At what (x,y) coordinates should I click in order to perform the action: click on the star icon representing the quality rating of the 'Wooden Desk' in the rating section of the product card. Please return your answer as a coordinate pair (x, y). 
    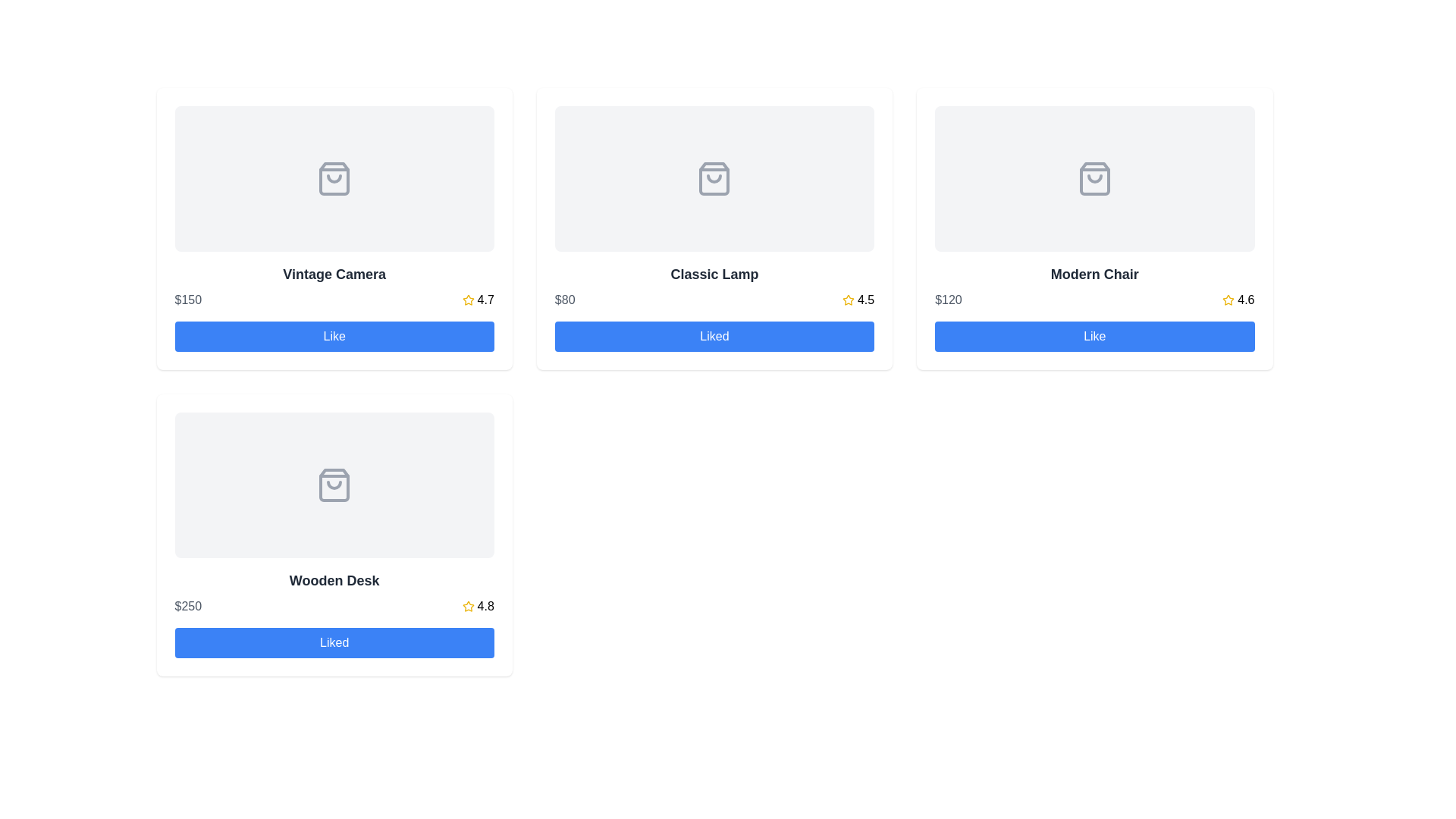
    Looking at the image, I should click on (467, 605).